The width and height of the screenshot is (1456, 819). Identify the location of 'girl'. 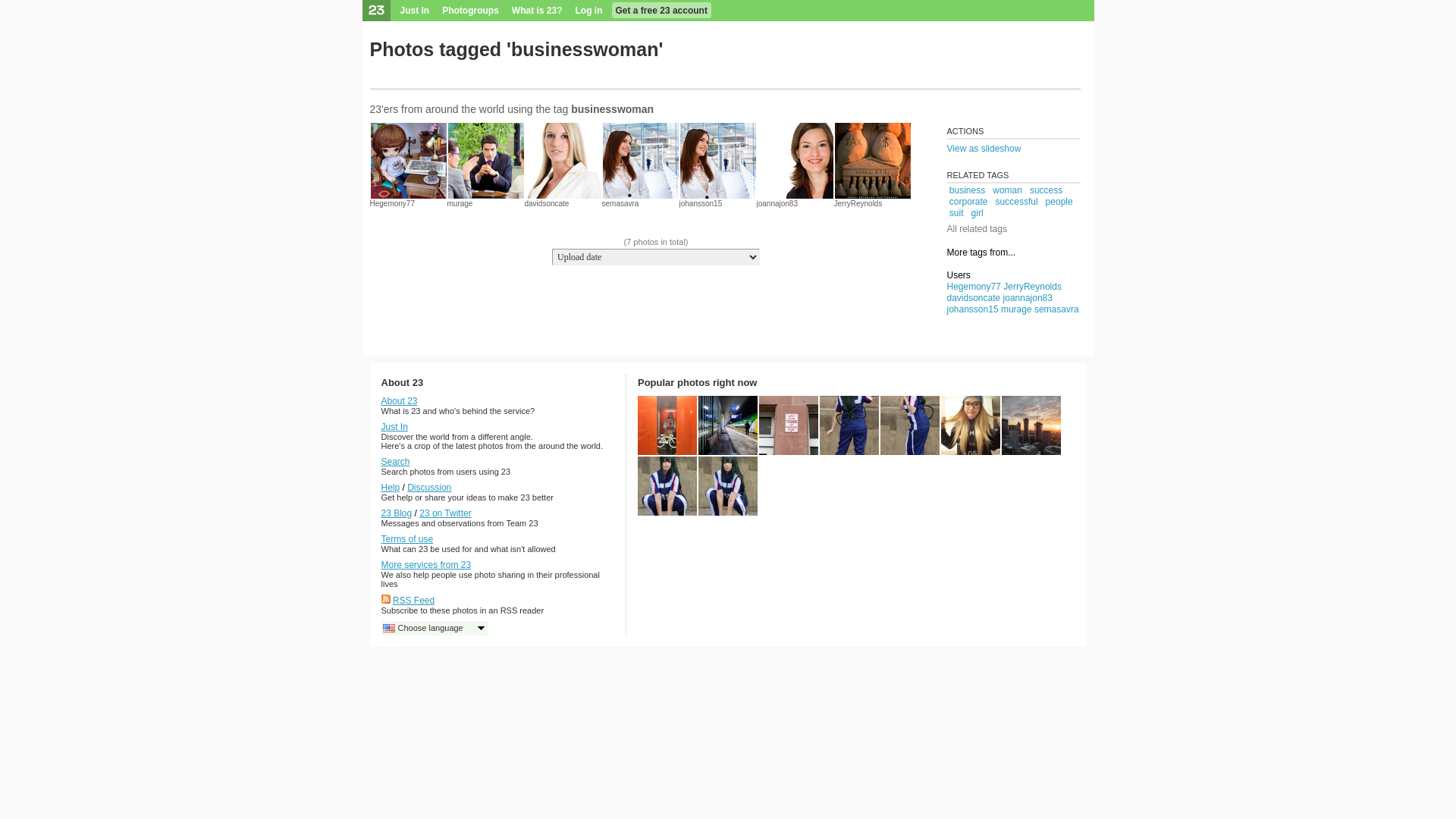
(977, 213).